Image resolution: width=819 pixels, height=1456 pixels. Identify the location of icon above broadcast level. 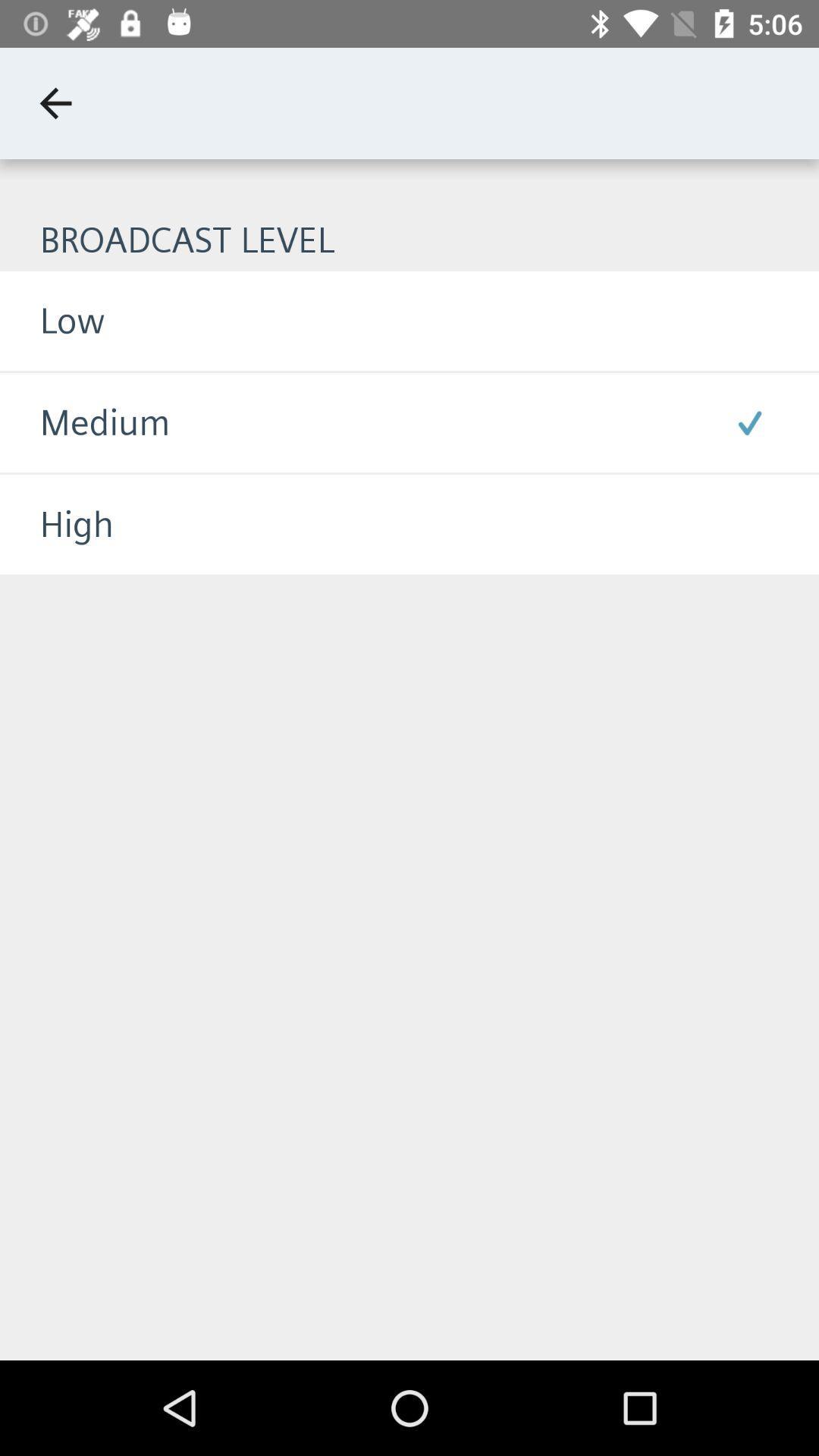
(55, 102).